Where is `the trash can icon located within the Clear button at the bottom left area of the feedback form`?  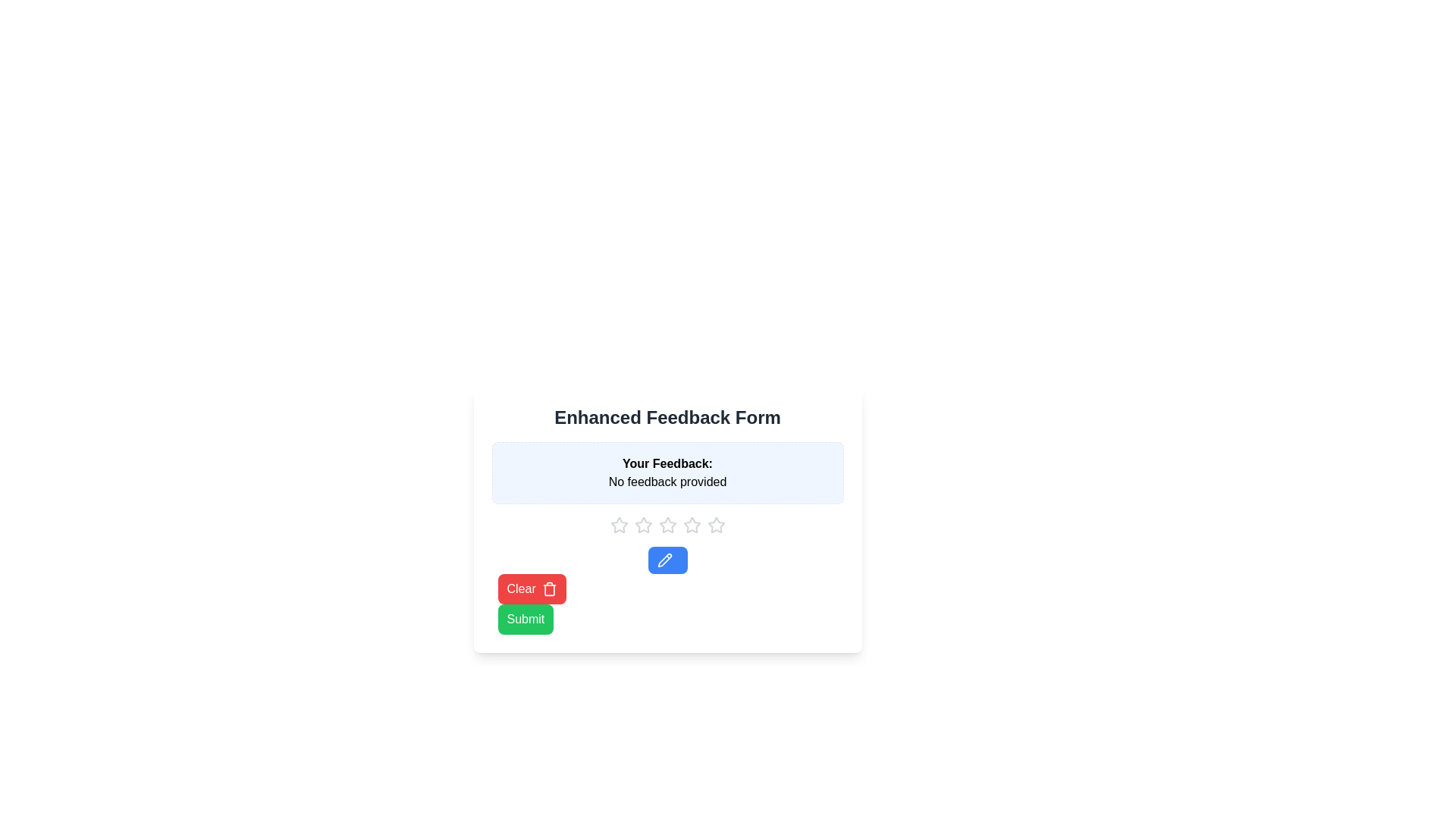
the trash can icon located within the Clear button at the bottom left area of the feedback form is located at coordinates (548, 589).